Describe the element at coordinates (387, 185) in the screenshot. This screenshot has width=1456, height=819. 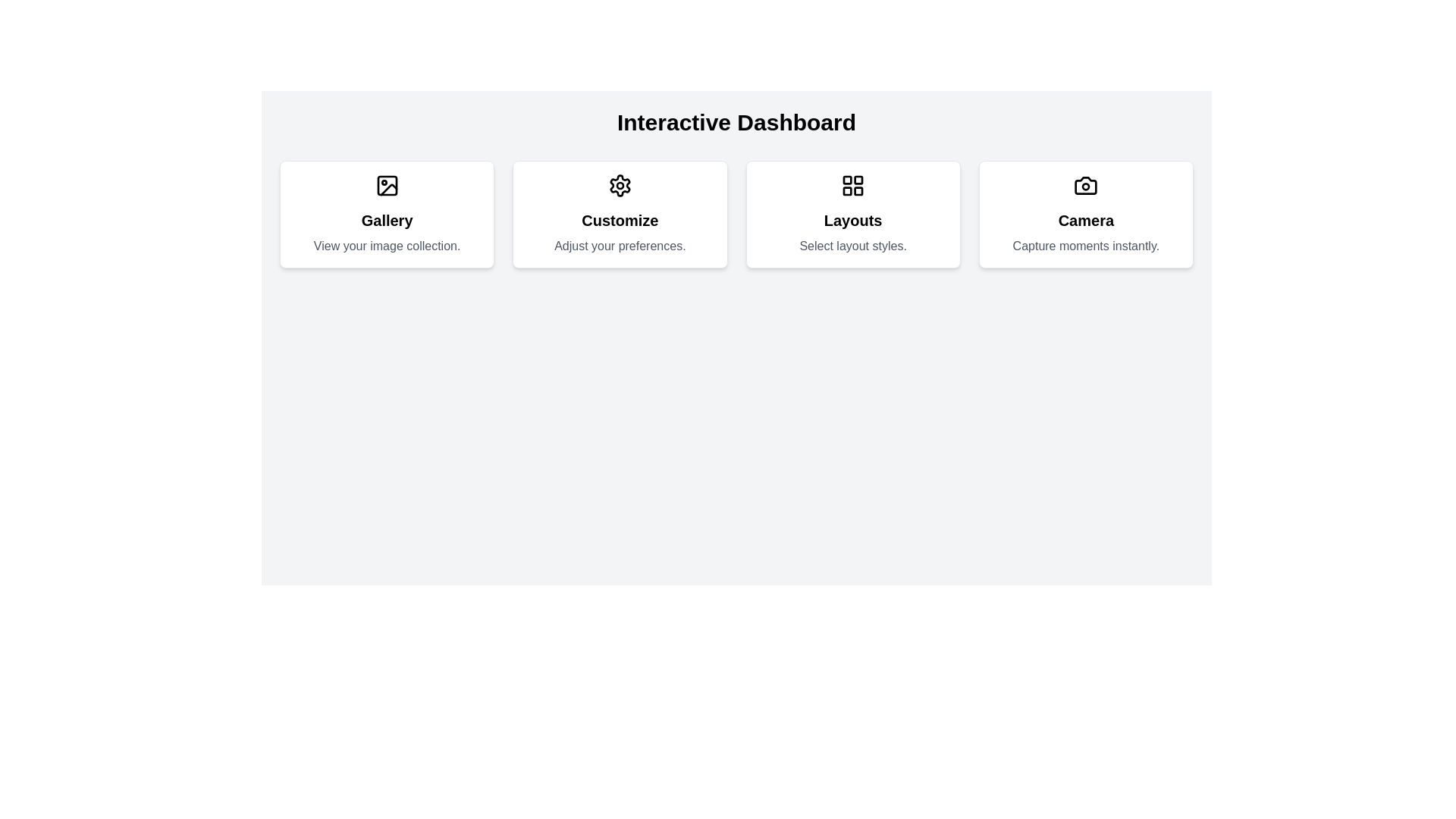
I see `the Image icon located at the top center of the 'Gallery' card, which features a rectangular frame with a mountain-like shape and a circular sun or moon` at that location.